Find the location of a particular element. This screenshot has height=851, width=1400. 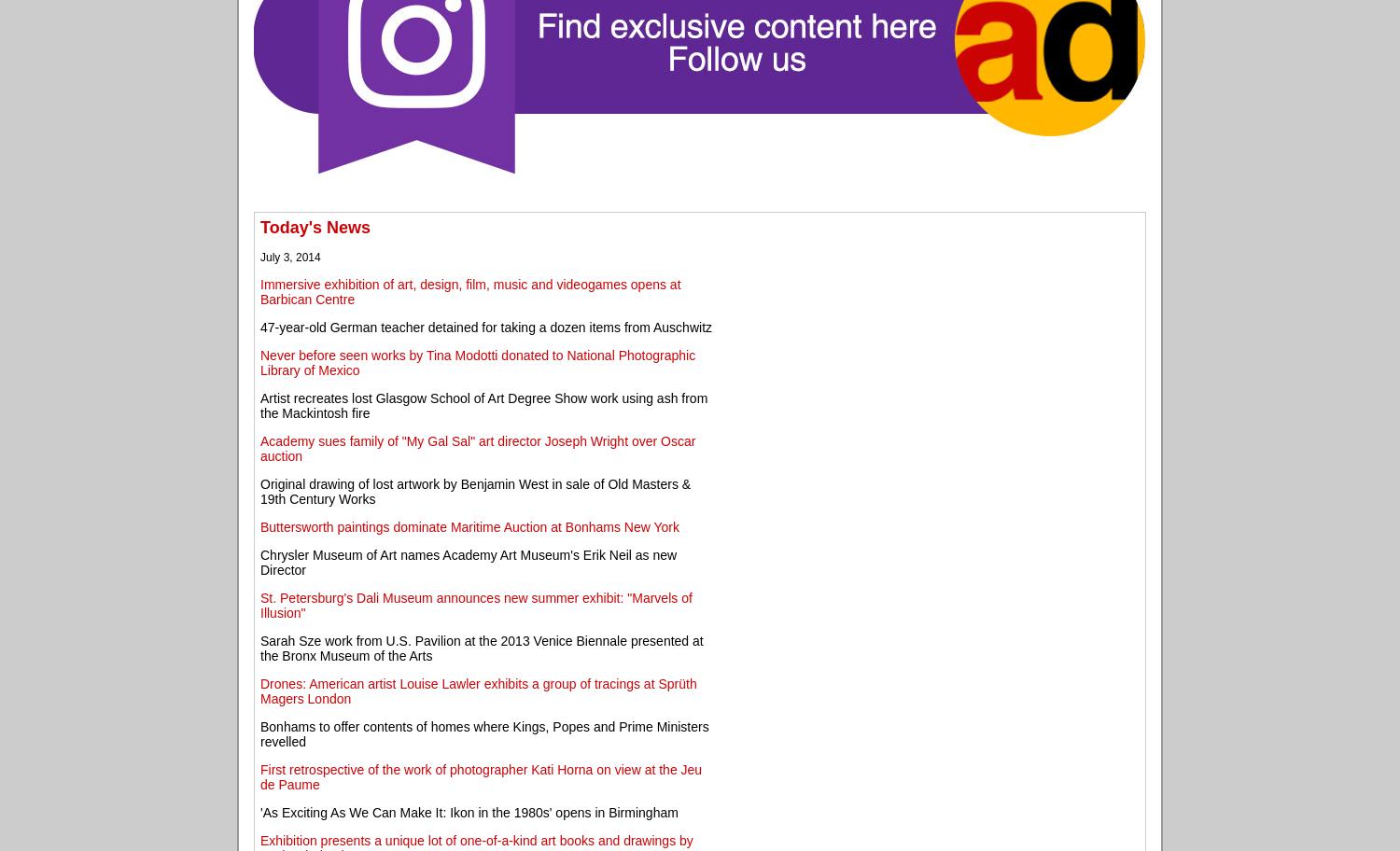

'Drones: American artist Louise Lawler exhibits a group of tracings at Sprüth Magers London' is located at coordinates (260, 689).